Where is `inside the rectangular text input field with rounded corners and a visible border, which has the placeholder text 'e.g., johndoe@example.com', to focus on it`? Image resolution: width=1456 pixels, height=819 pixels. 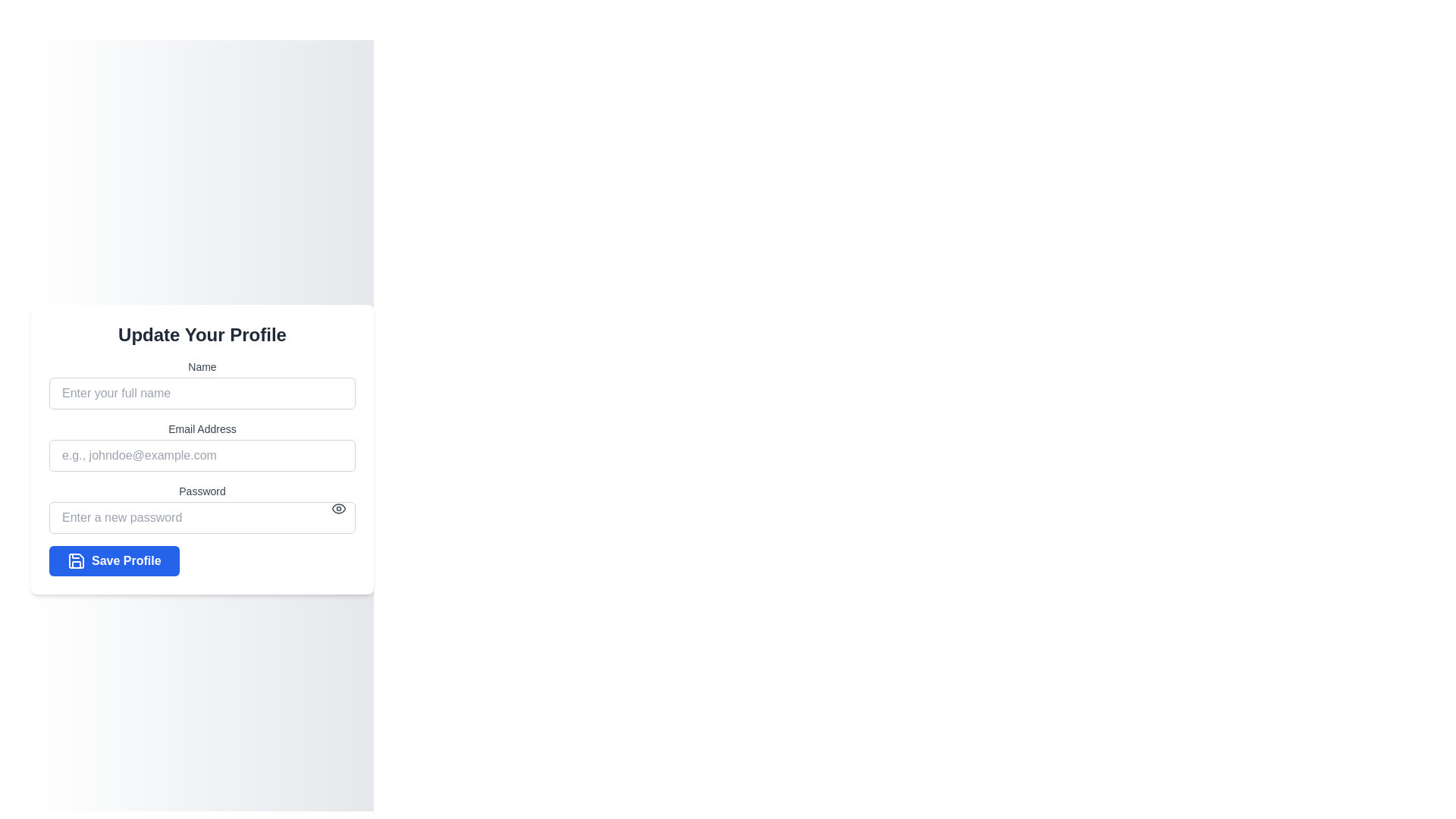
inside the rectangular text input field with rounded corners and a visible border, which has the placeholder text 'e.g., johndoe@example.com', to focus on it is located at coordinates (202, 455).